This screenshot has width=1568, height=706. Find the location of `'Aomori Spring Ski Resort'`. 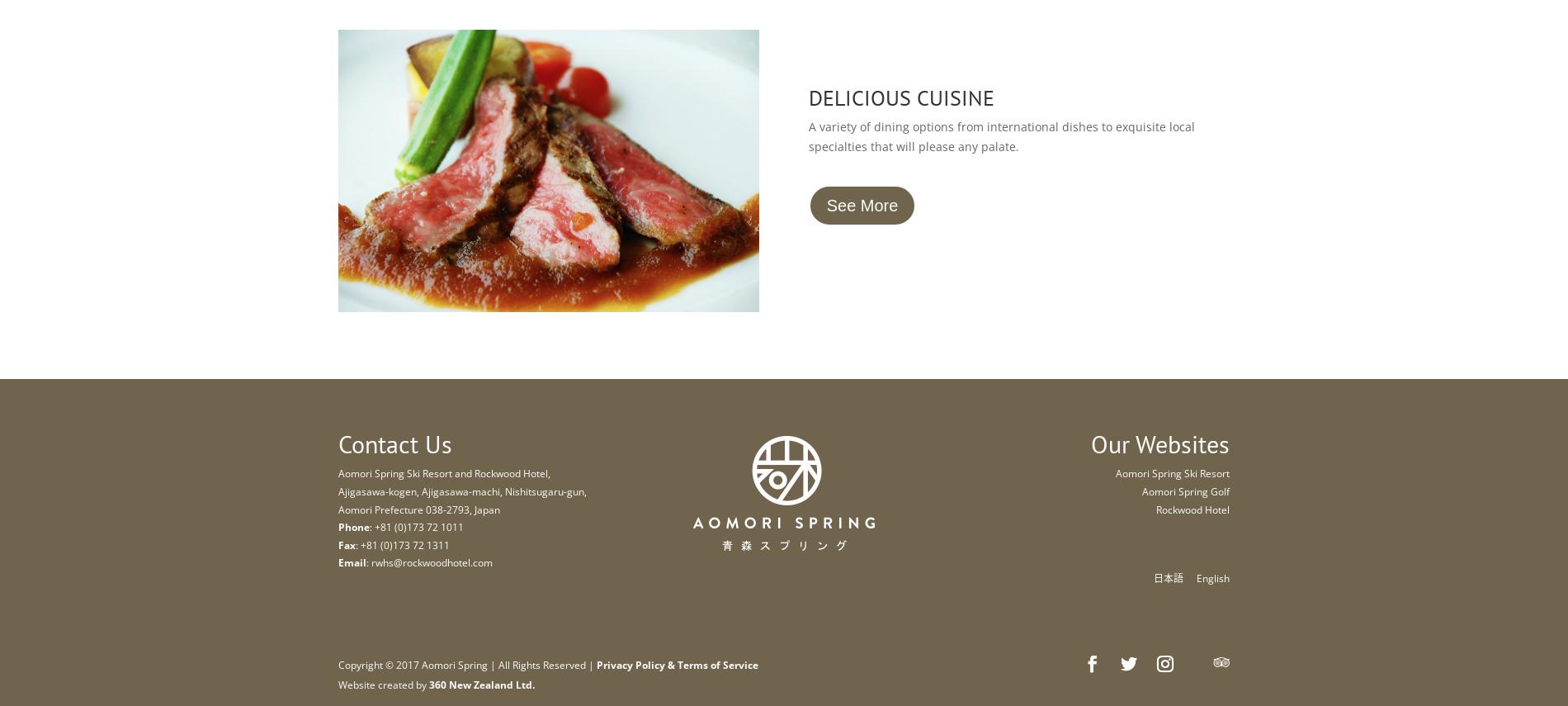

'Aomori Spring Ski Resort' is located at coordinates (1171, 472).